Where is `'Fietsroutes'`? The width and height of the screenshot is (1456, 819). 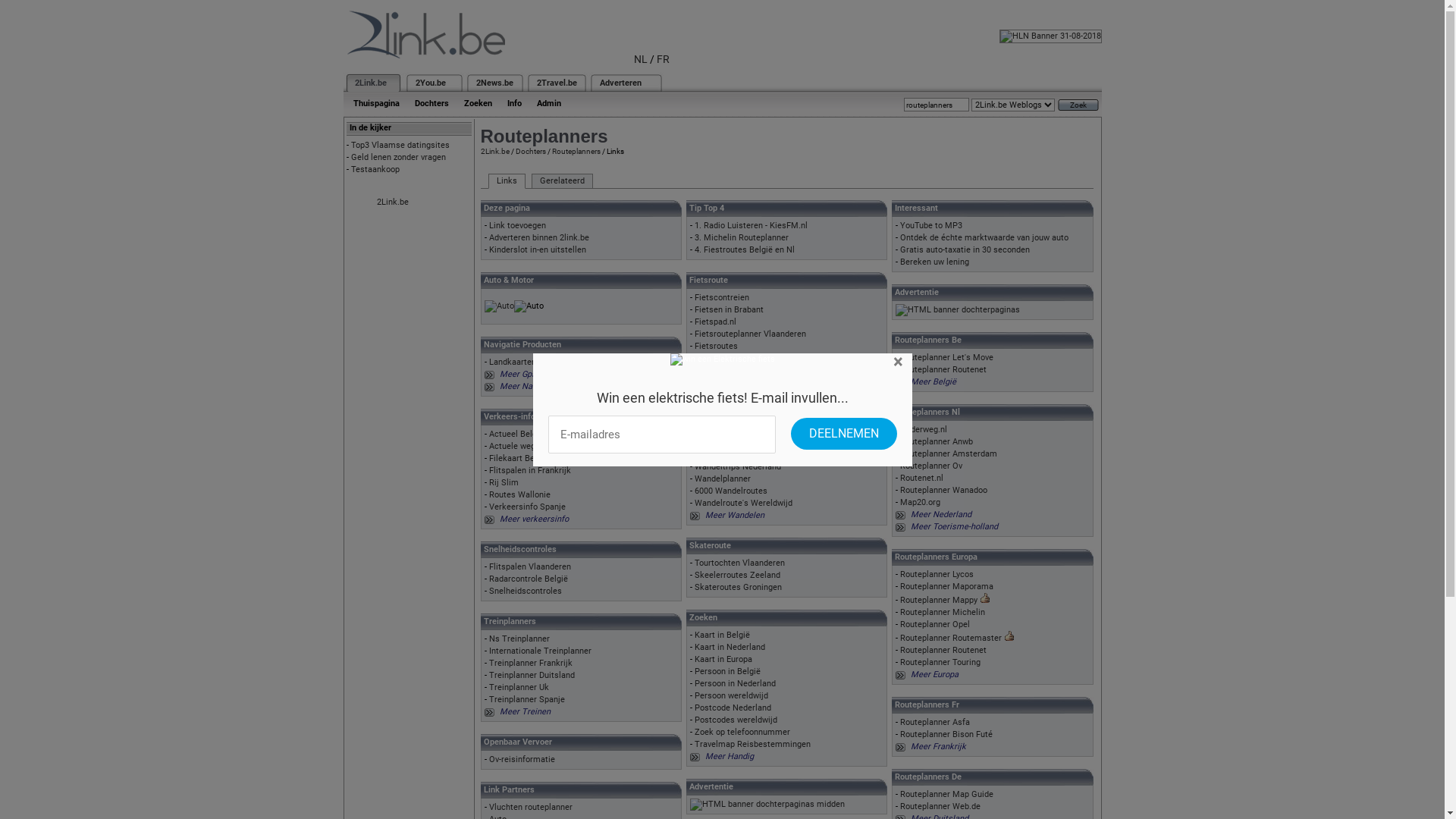
'Fietsroutes' is located at coordinates (715, 346).